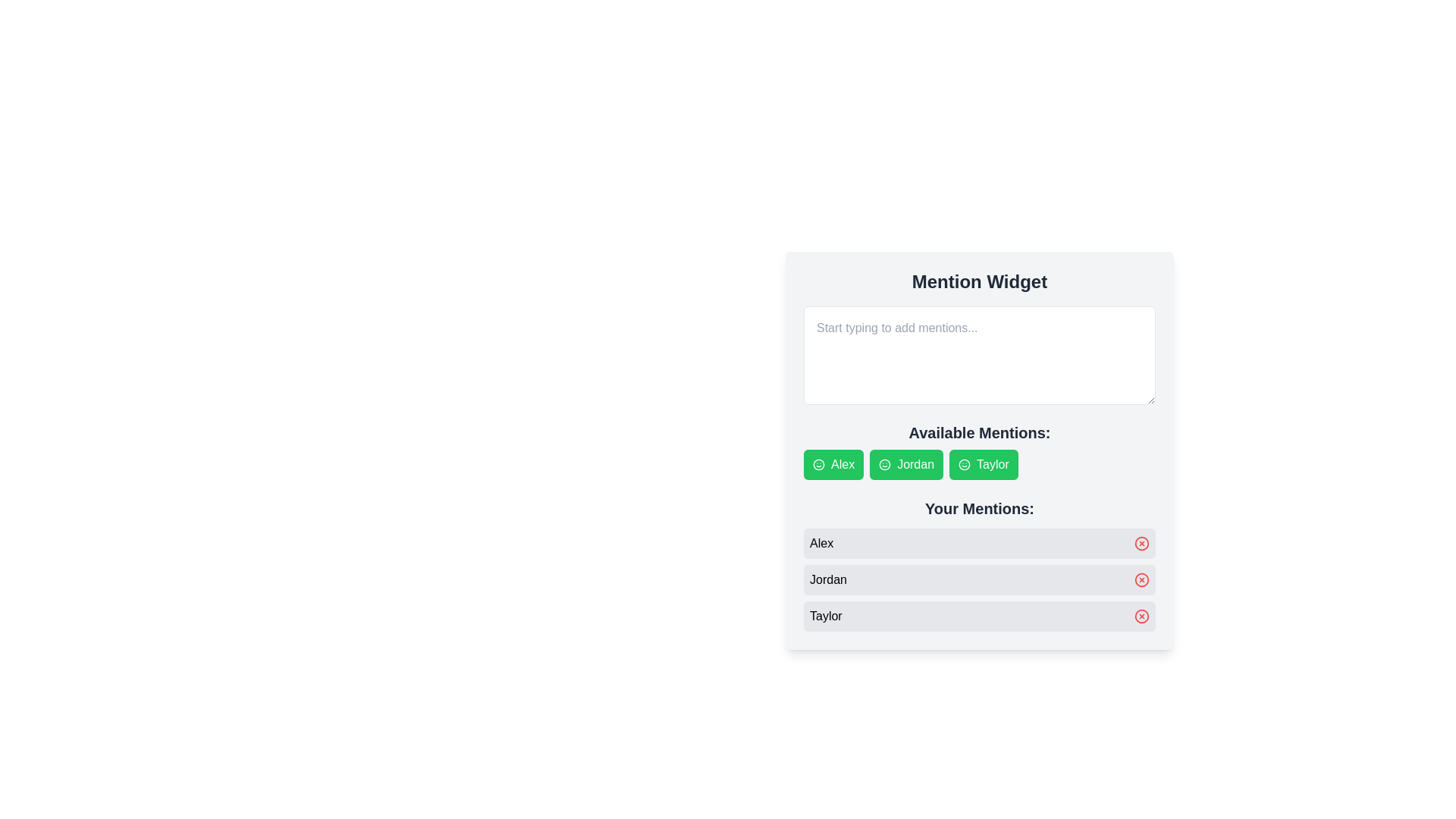  Describe the element at coordinates (964, 464) in the screenshot. I see `the positive sentiment icon located to the left of the text 'Taylor' within the green background button in the 'Available Mentions' section` at that location.